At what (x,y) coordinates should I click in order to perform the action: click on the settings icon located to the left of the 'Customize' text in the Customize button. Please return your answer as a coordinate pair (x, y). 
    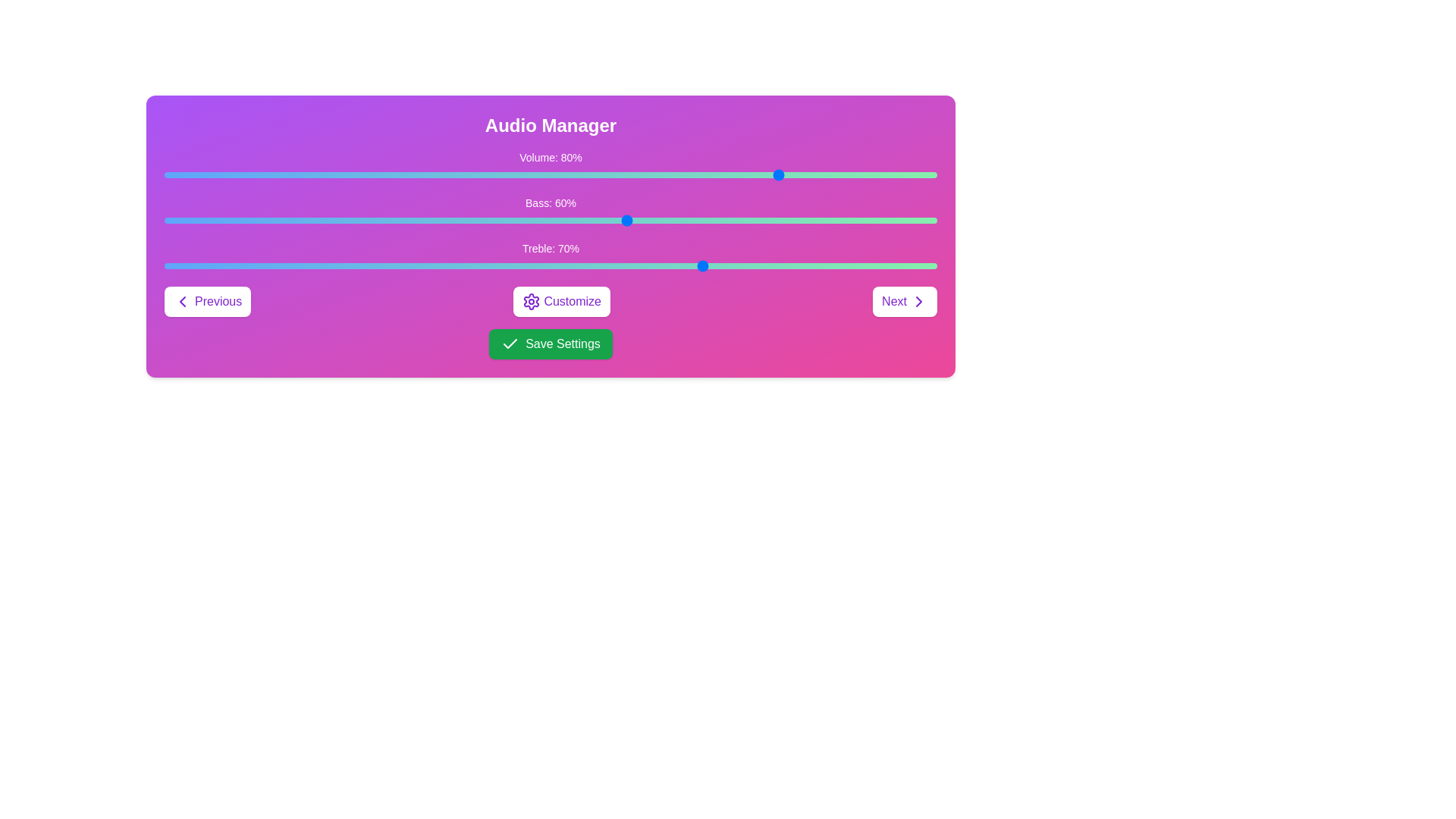
    Looking at the image, I should click on (532, 301).